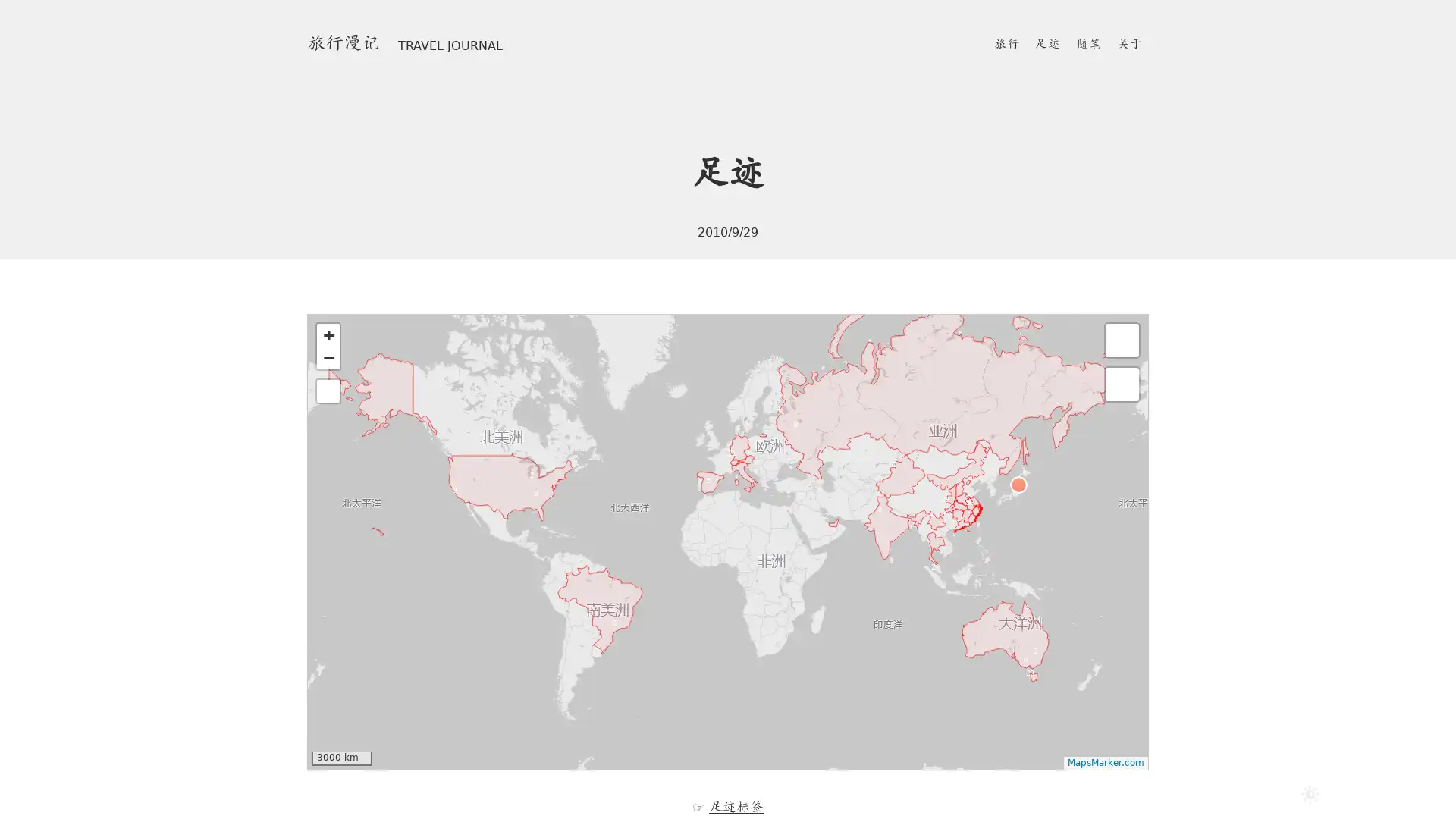  What do you see at coordinates (738, 457) in the screenshot?
I see `21` at bounding box center [738, 457].